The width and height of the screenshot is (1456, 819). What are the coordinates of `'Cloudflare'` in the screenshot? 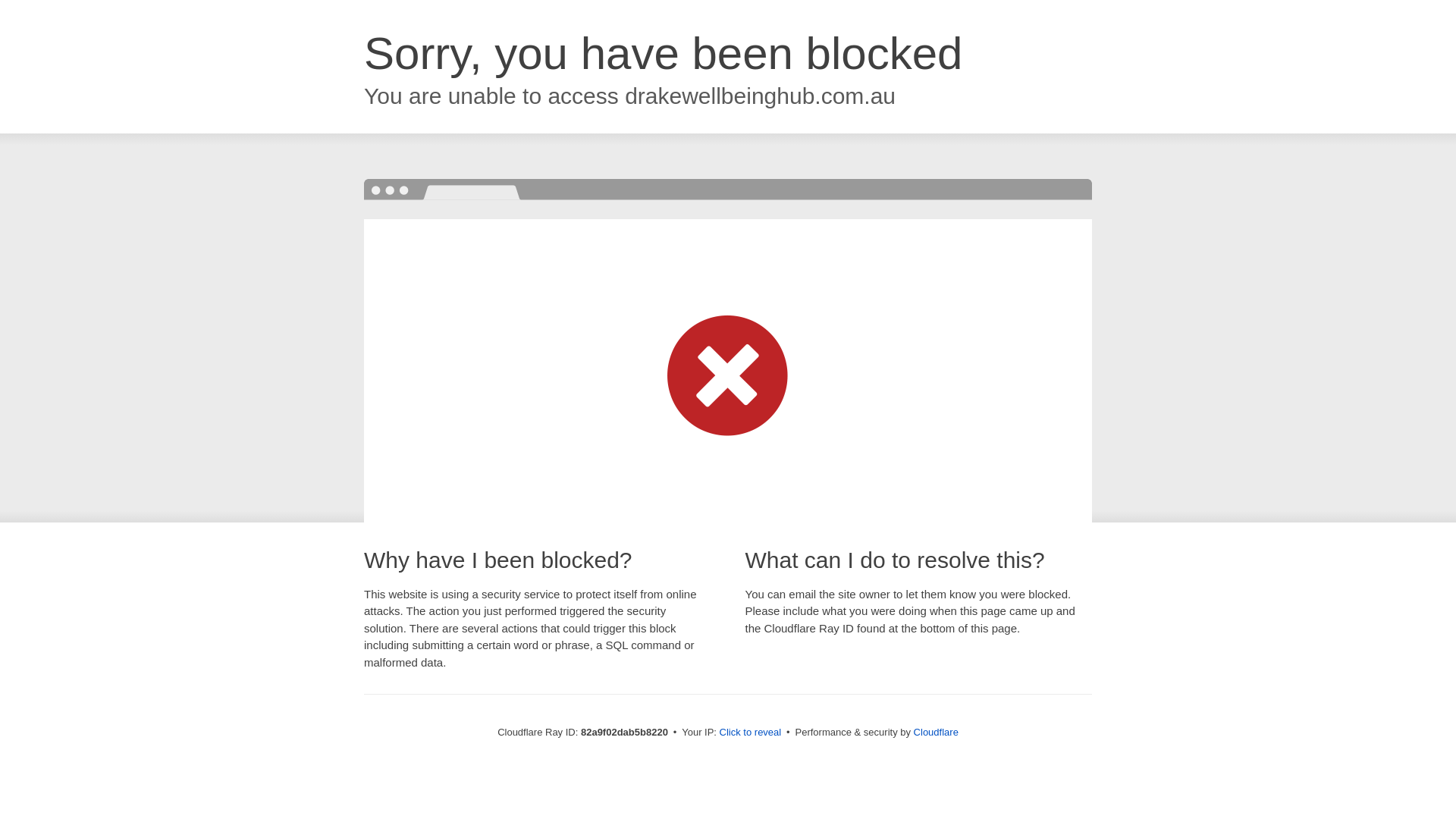 It's located at (935, 731).